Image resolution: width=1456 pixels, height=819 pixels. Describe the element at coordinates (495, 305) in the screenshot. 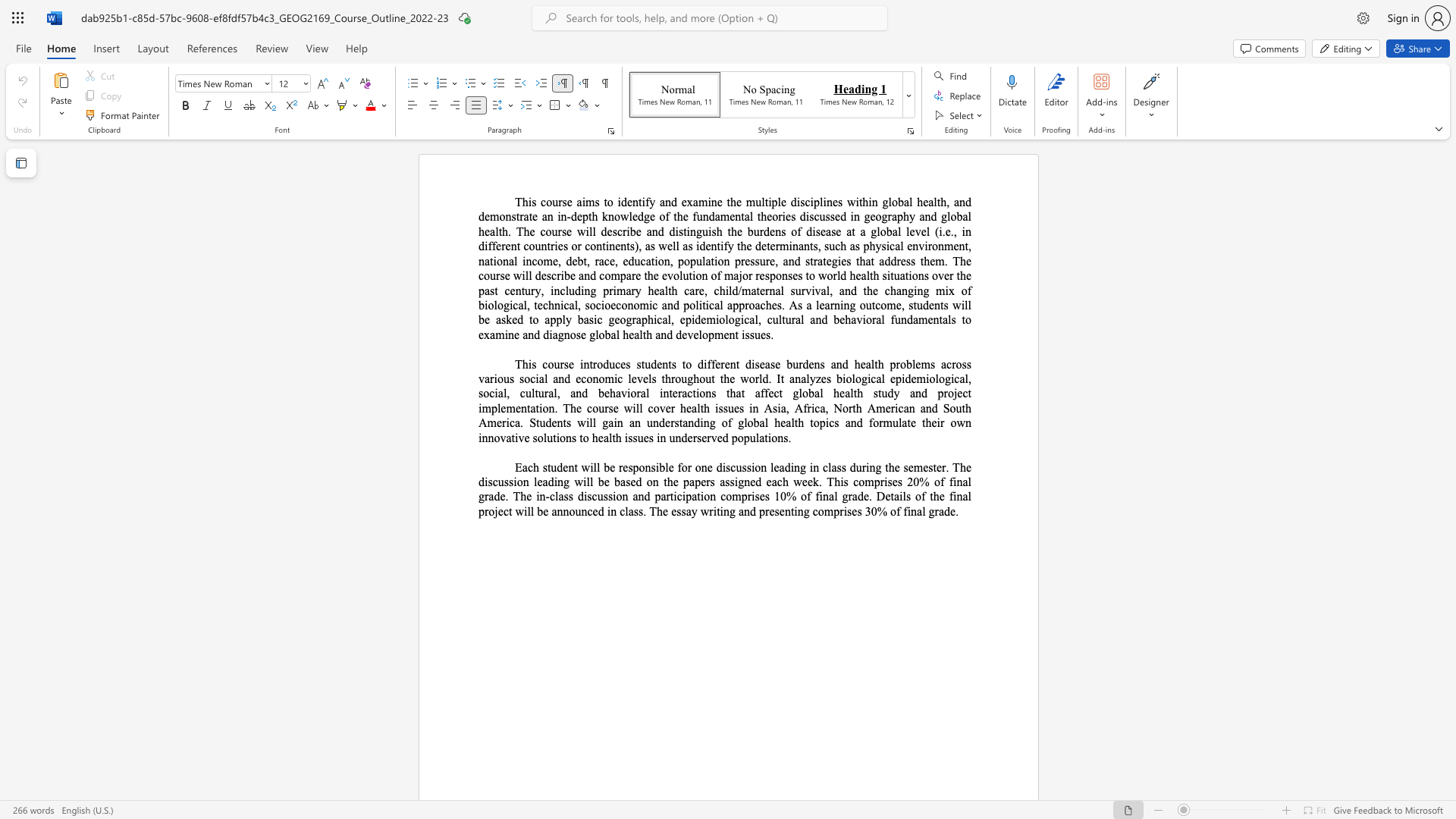

I see `the 16th character "l" in the text` at that location.